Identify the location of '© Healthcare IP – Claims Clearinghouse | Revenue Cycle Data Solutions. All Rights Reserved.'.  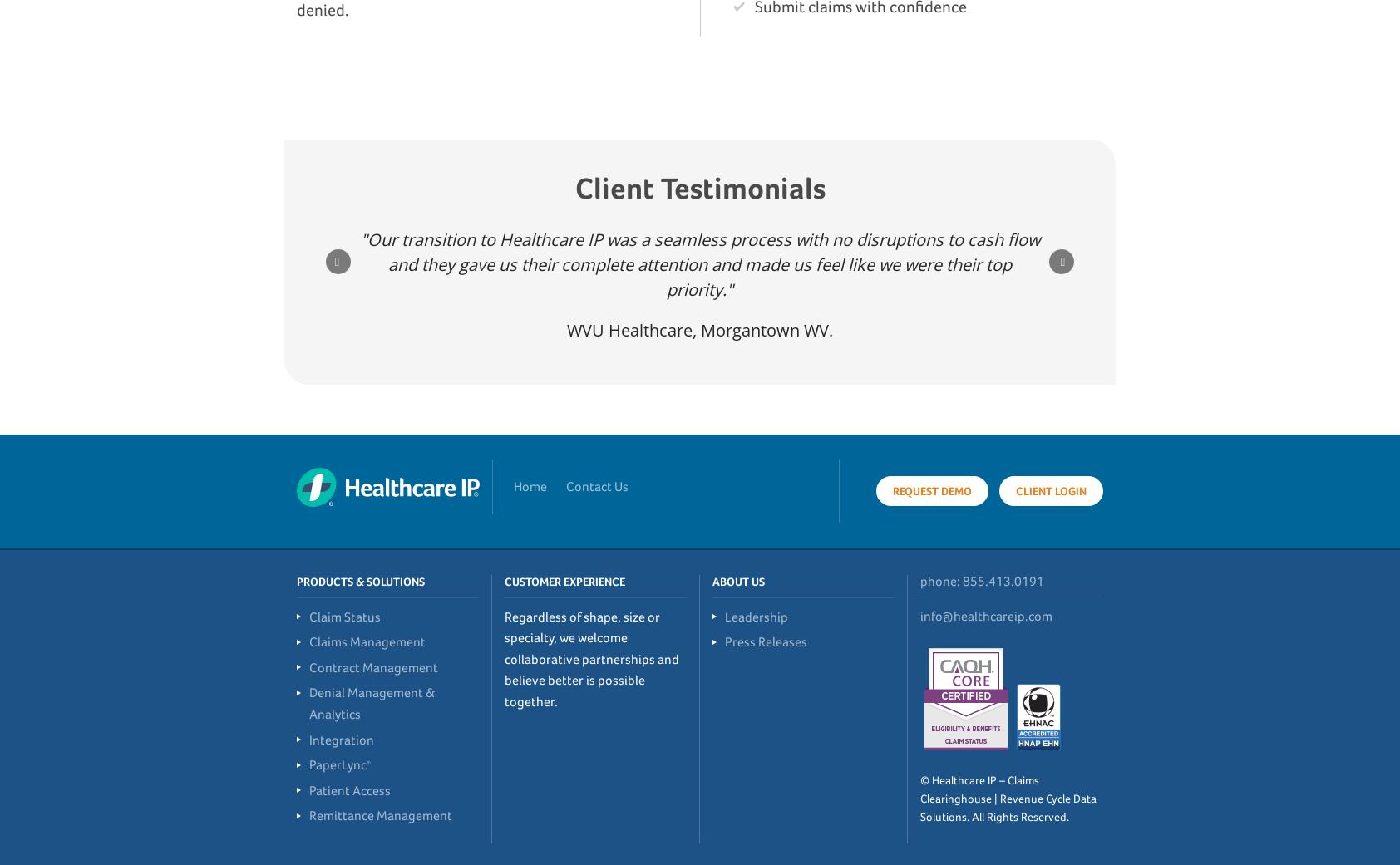
(1008, 798).